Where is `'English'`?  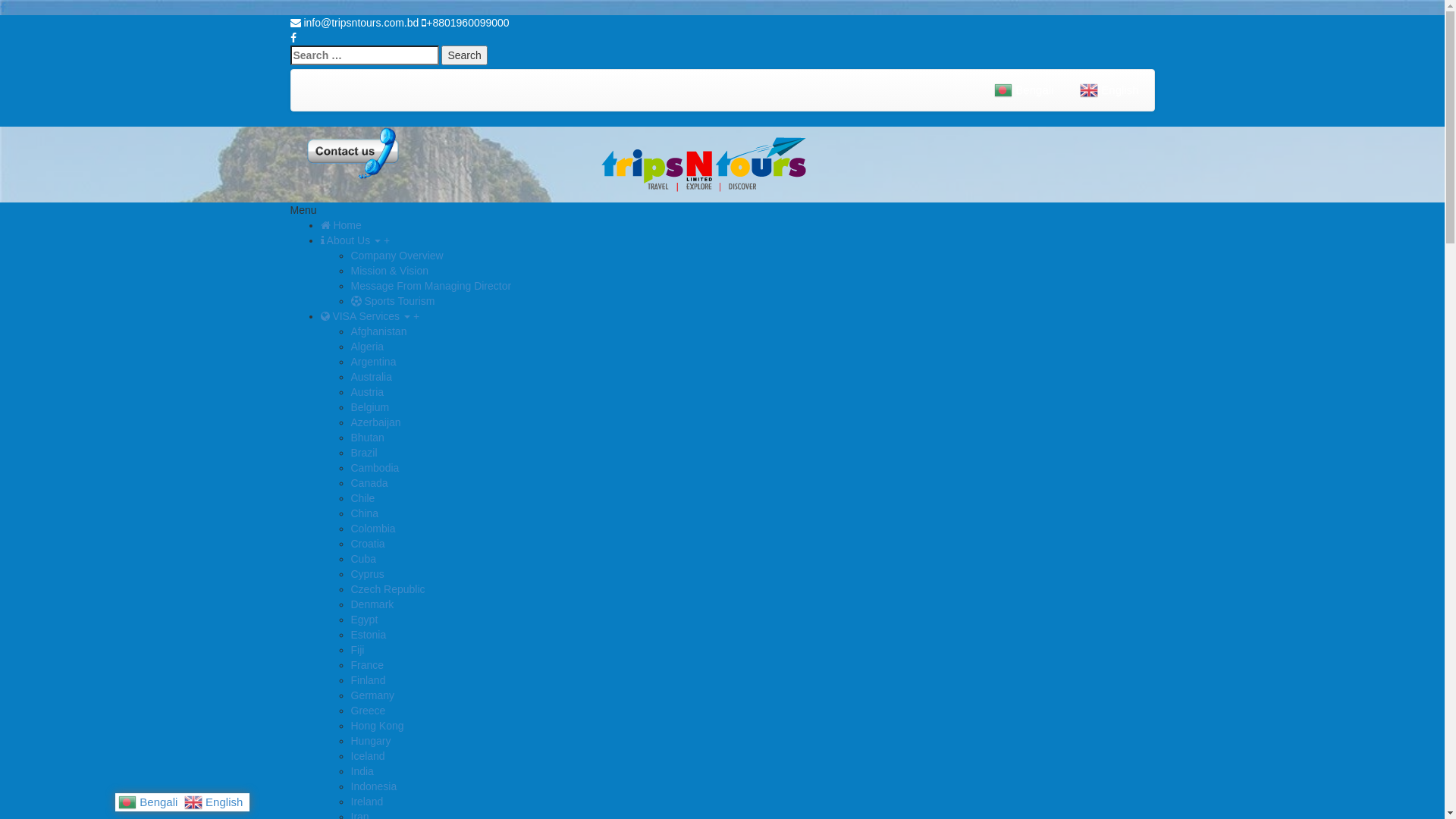
'English' is located at coordinates (214, 800).